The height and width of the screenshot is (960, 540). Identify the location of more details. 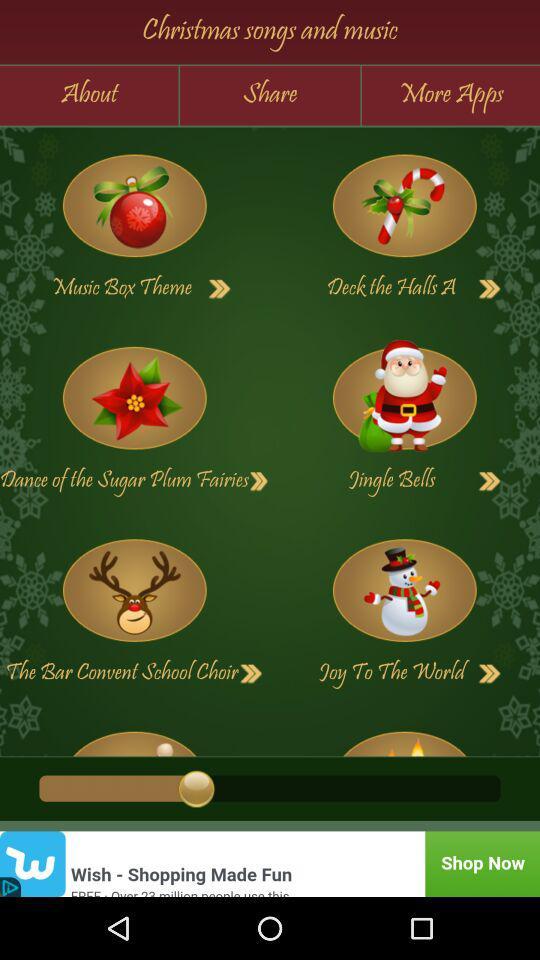
(489, 288).